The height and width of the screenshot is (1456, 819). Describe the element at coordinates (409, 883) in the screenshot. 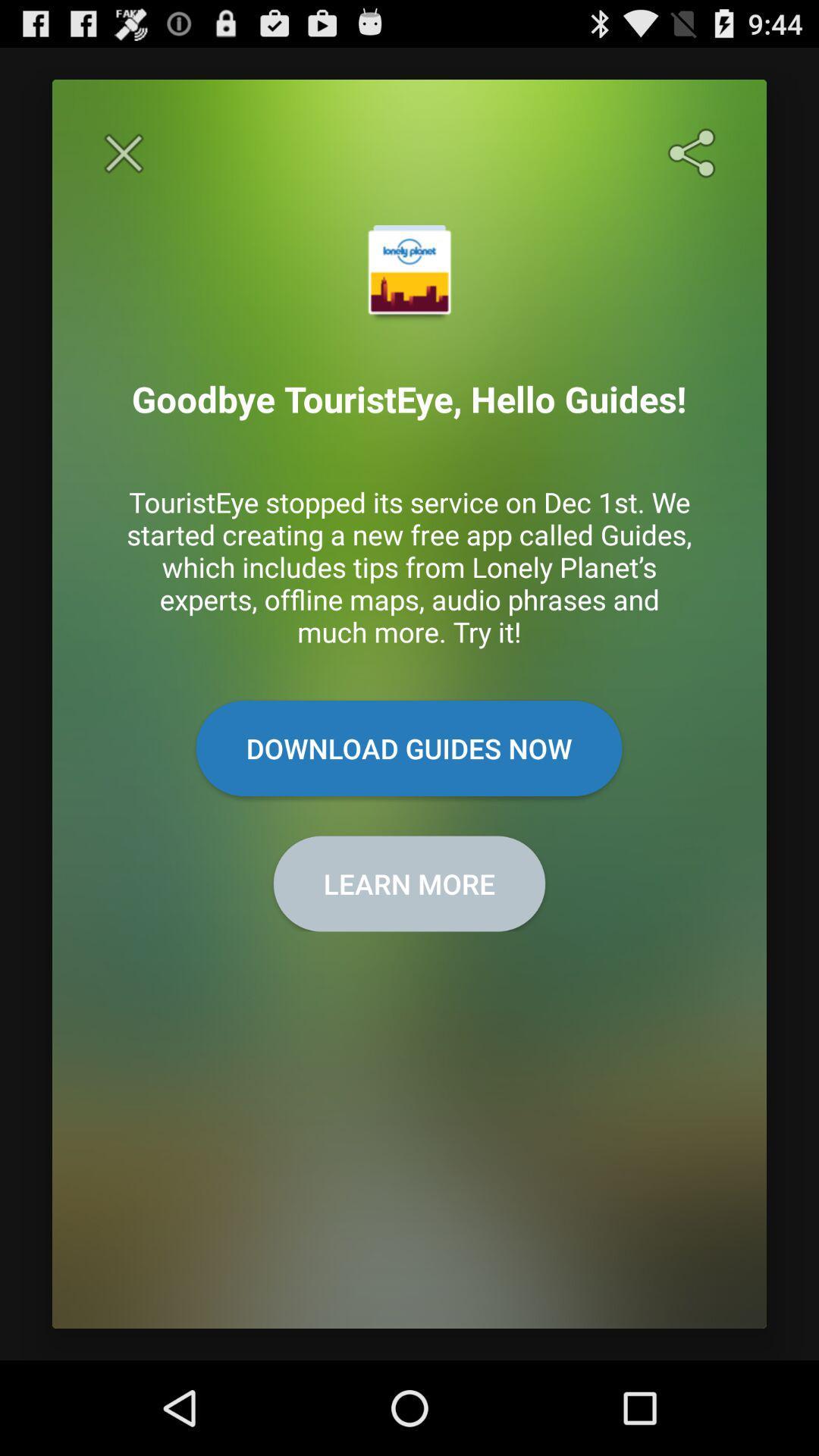

I see `learn more icon` at that location.